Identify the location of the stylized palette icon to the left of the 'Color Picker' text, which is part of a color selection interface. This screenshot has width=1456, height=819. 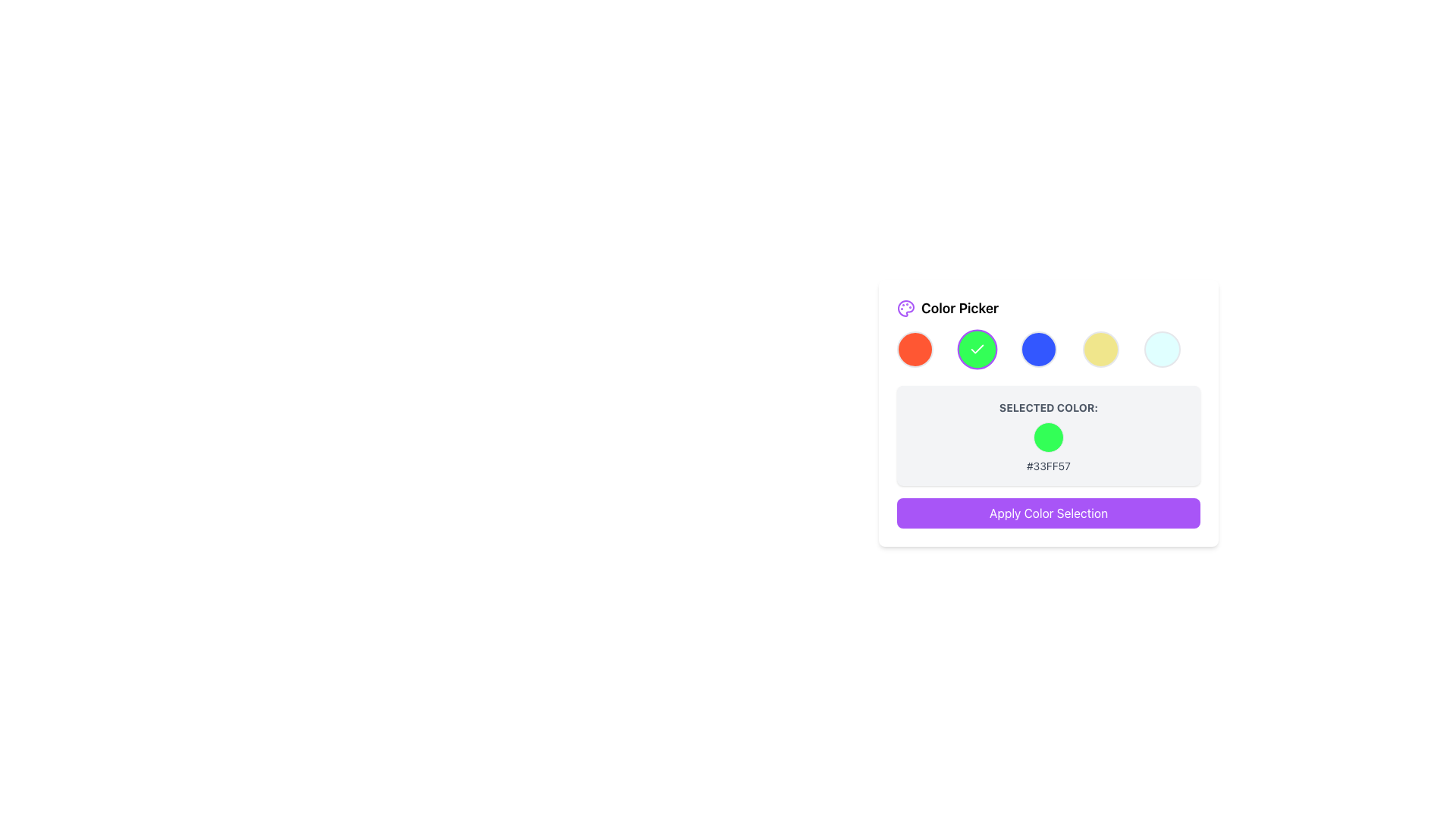
(906, 308).